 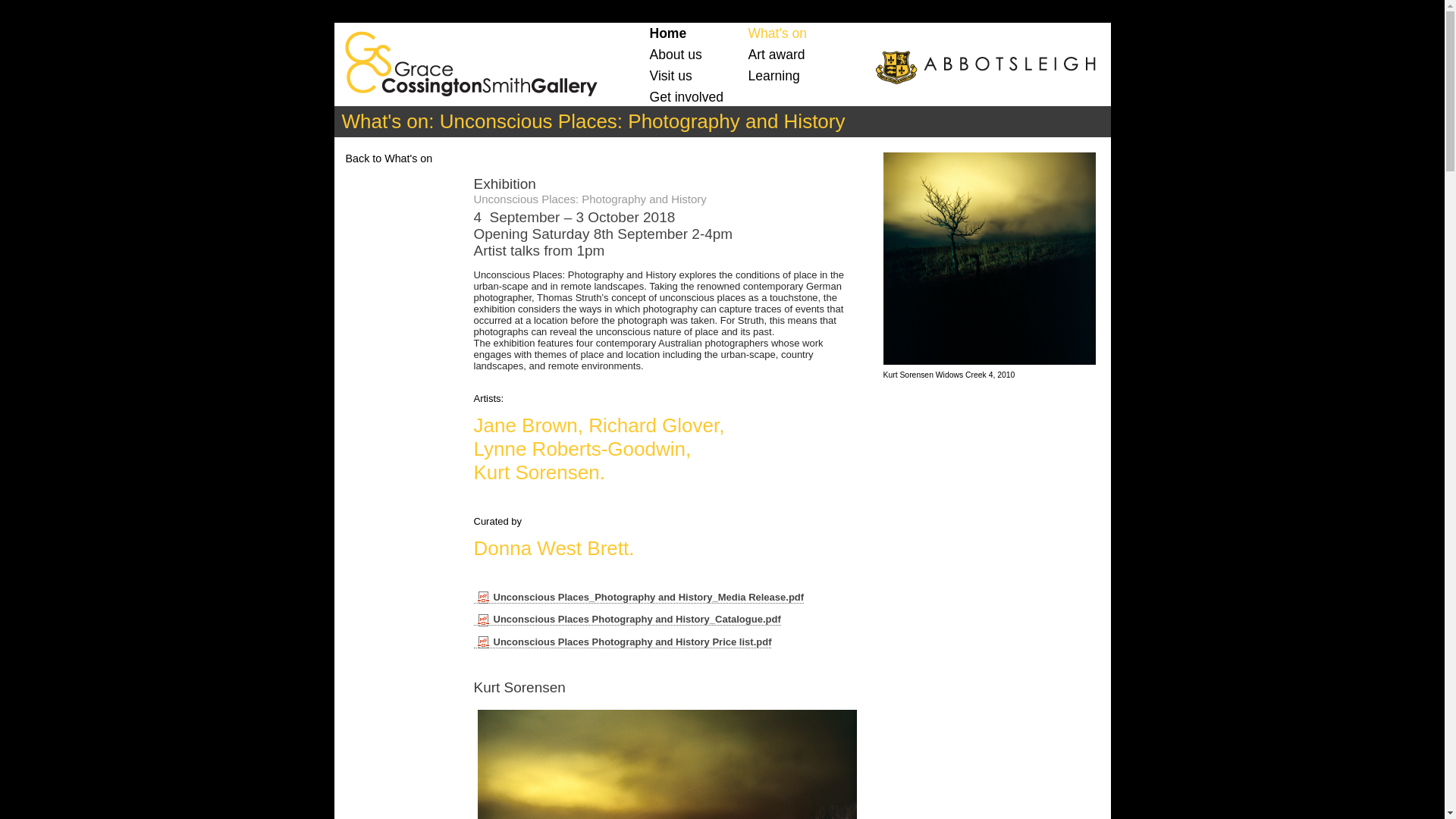 What do you see at coordinates (686, 97) in the screenshot?
I see `'Get involved'` at bounding box center [686, 97].